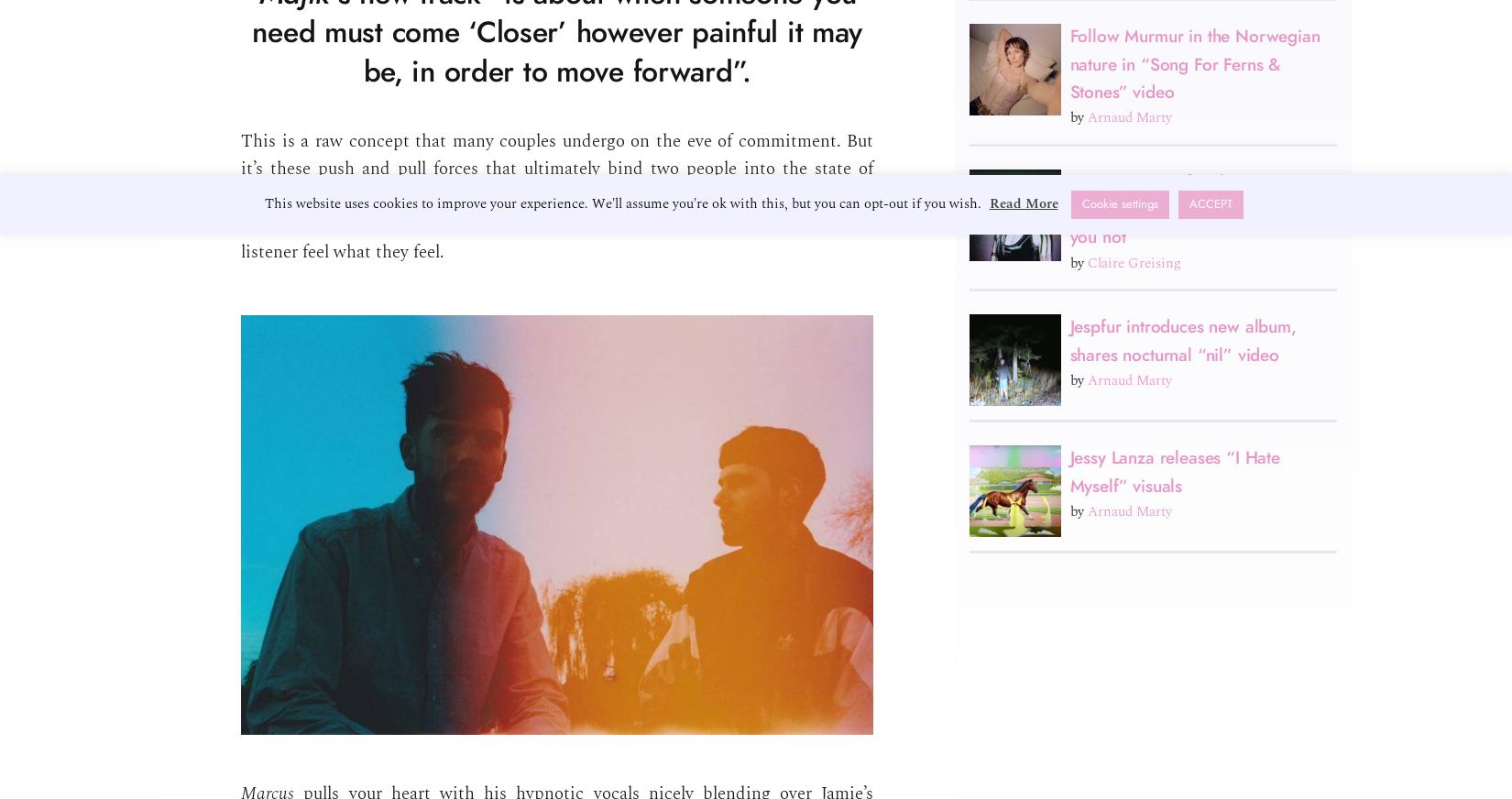 Image resolution: width=1512 pixels, height=799 pixels. I want to click on 'This is a raw concept that many couples undergo on the eve of commitment. But it’s these push and pull forces that ultimately bind two people into the state of “oneness”. In their music production, their goal is to make sure they capture their feelings and emotional depth in the sounds they create, in hopes of making the listener feel what they feel.', so click(556, 196).